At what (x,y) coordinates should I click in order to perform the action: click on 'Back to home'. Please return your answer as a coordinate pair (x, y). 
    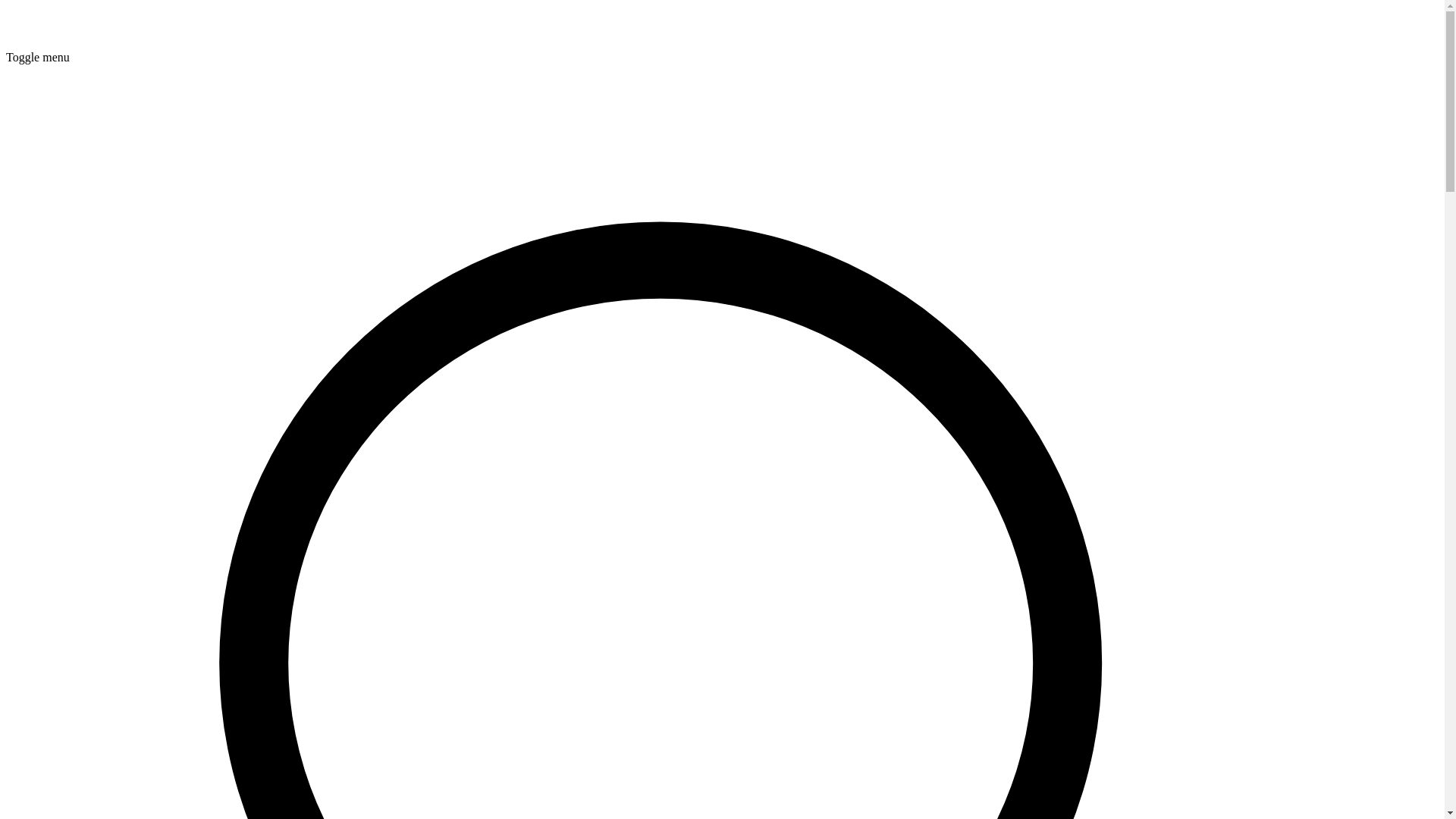
    Looking at the image, I should click on (6, 42).